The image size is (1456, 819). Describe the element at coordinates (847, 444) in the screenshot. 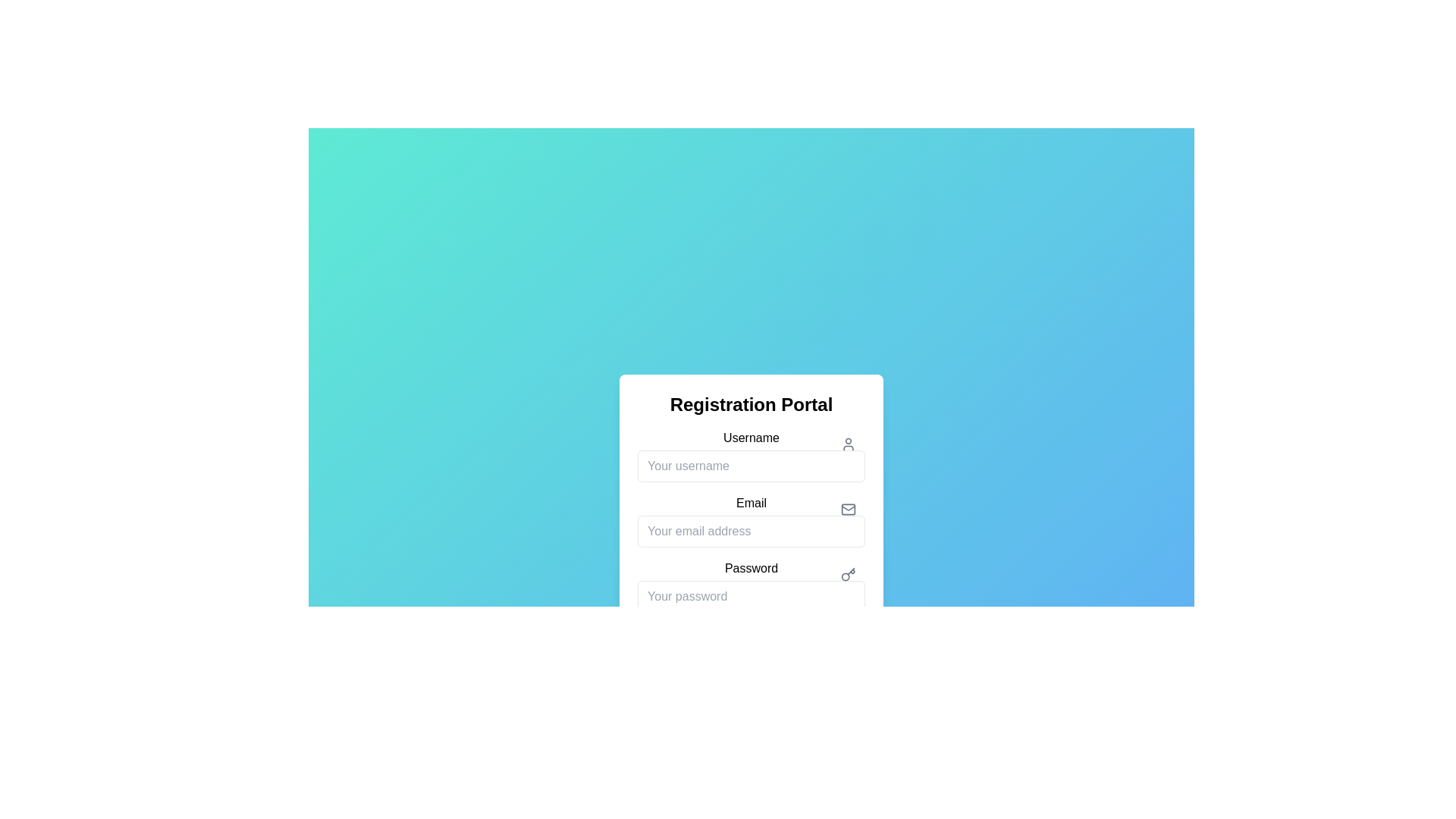

I see `the icon representing the 'Username' field, located in the top-right corner of the input field` at that location.